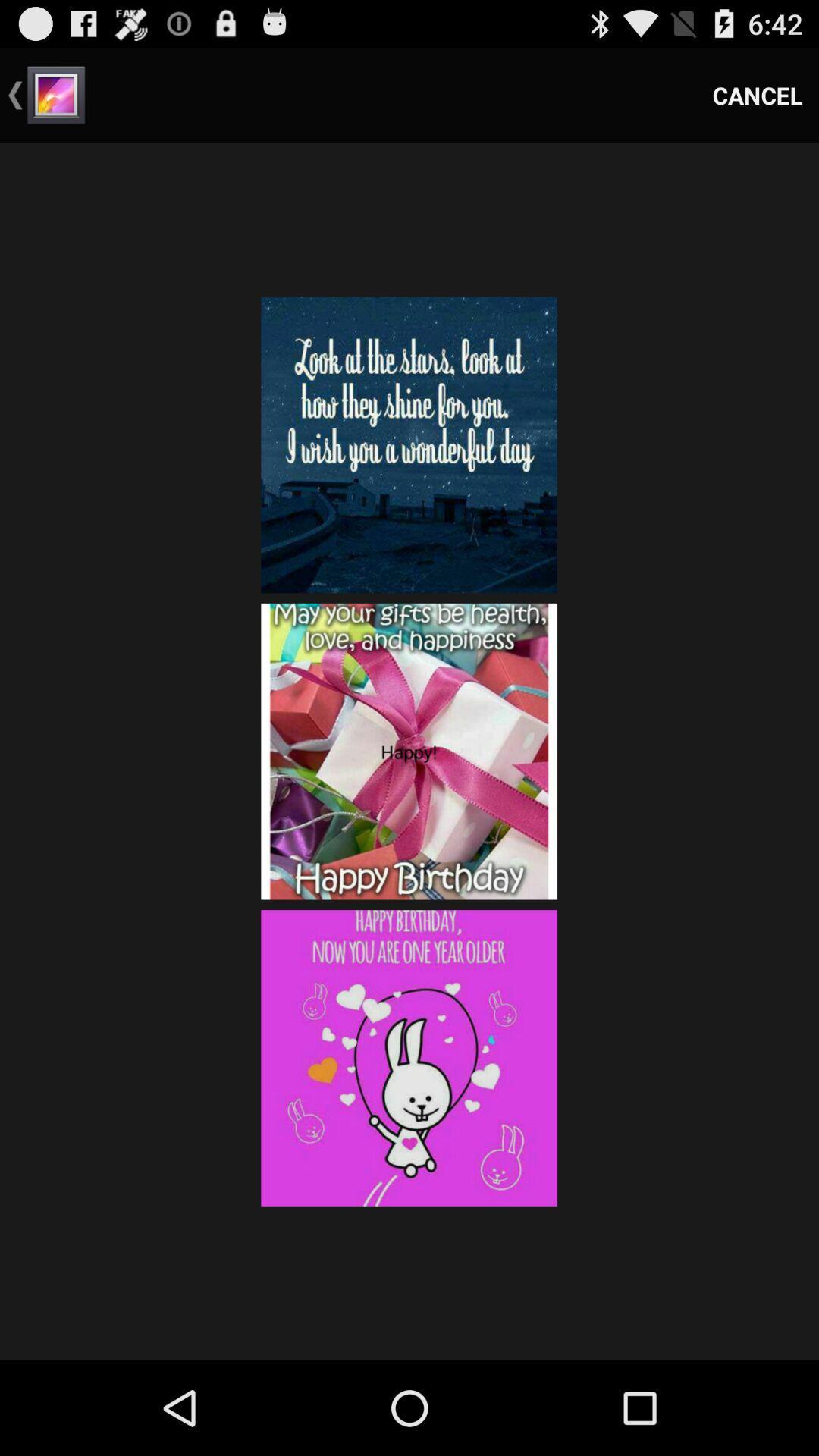 Image resolution: width=819 pixels, height=1456 pixels. What do you see at coordinates (758, 94) in the screenshot?
I see `the icon at the top right corner` at bounding box center [758, 94].